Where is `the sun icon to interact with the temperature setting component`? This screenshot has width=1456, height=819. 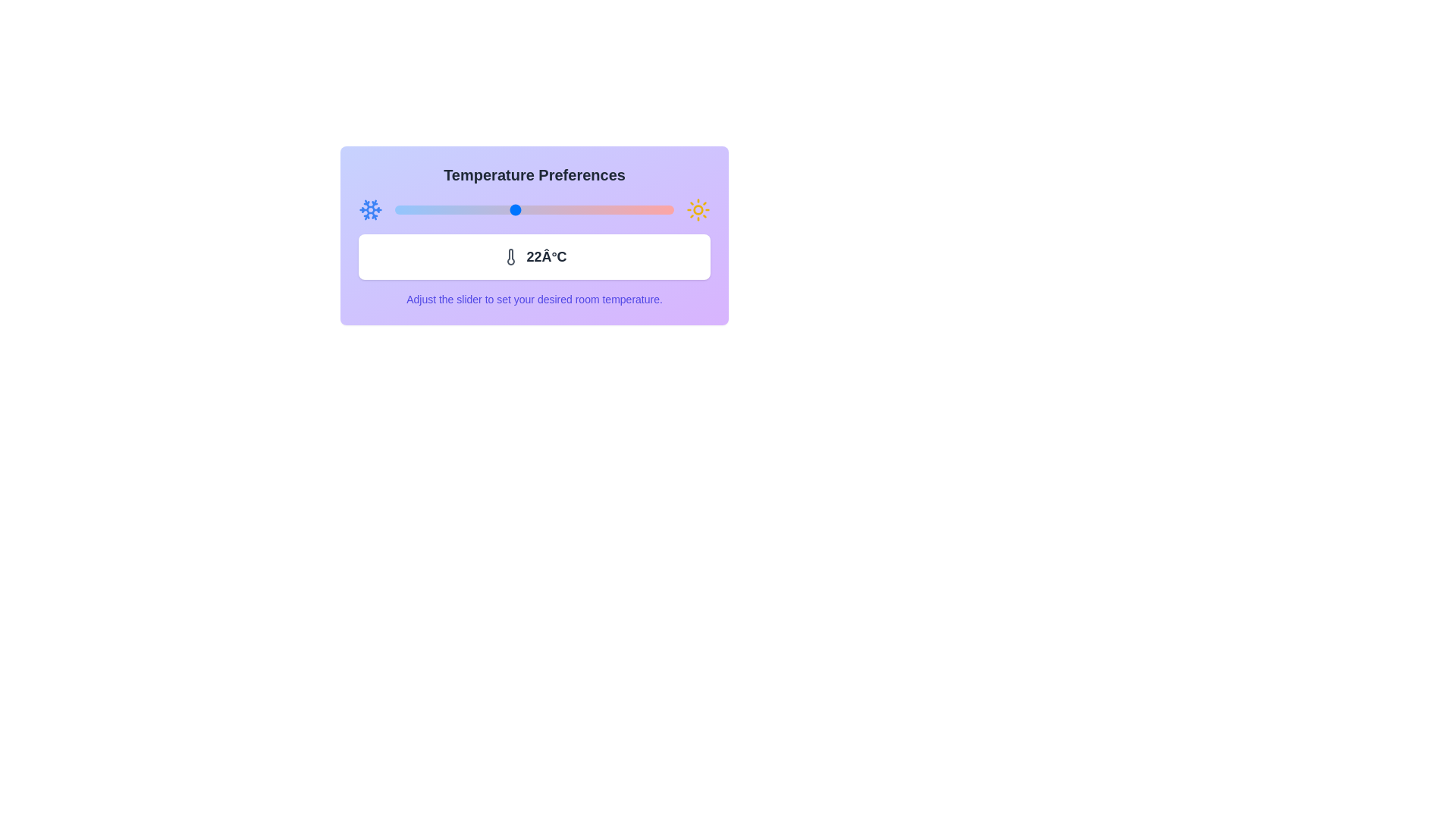
the sun icon to interact with the temperature setting component is located at coordinates (698, 210).